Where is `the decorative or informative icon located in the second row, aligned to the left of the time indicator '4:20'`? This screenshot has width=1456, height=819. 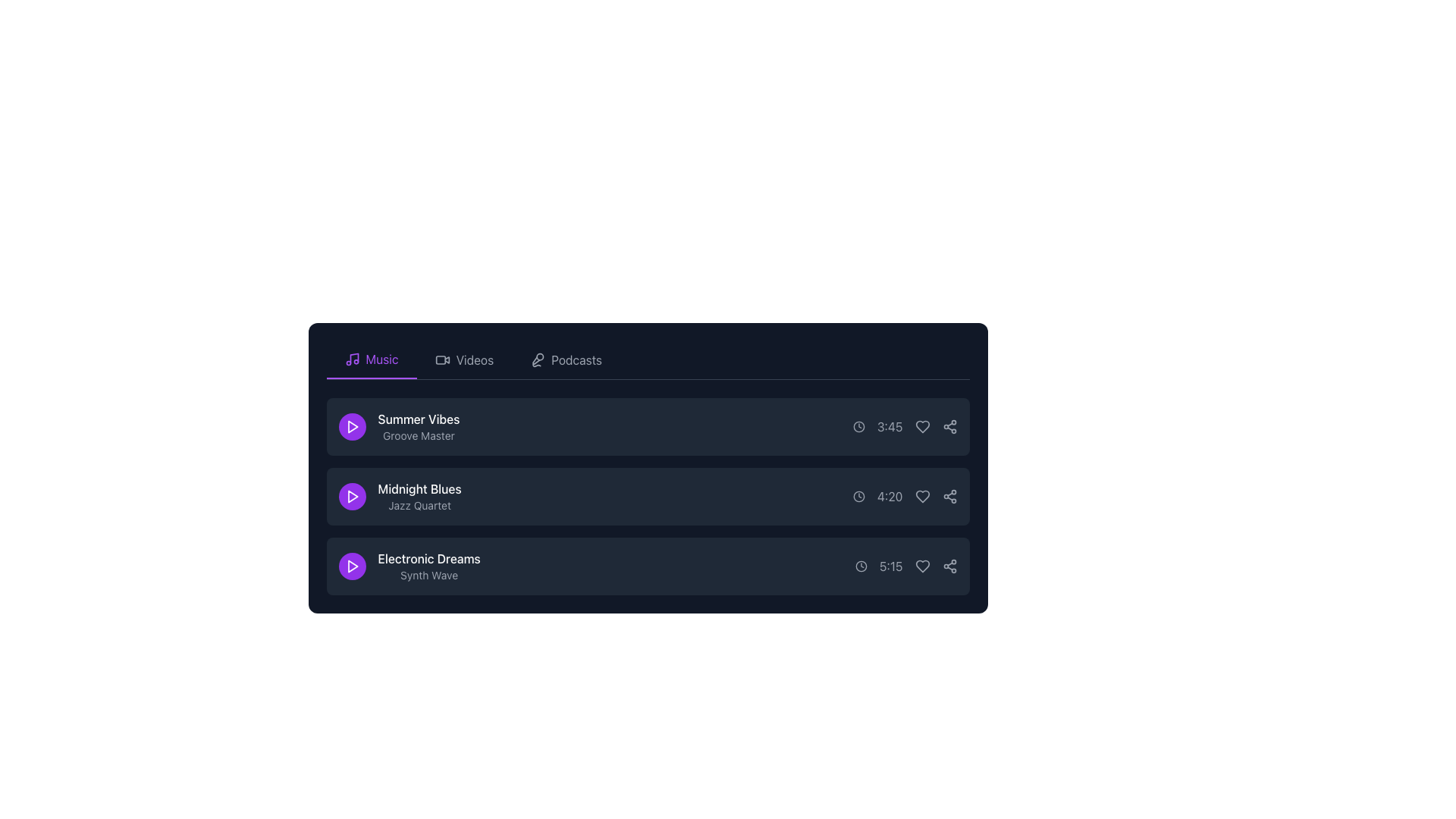 the decorative or informative icon located in the second row, aligned to the left of the time indicator '4:20' is located at coordinates (858, 497).